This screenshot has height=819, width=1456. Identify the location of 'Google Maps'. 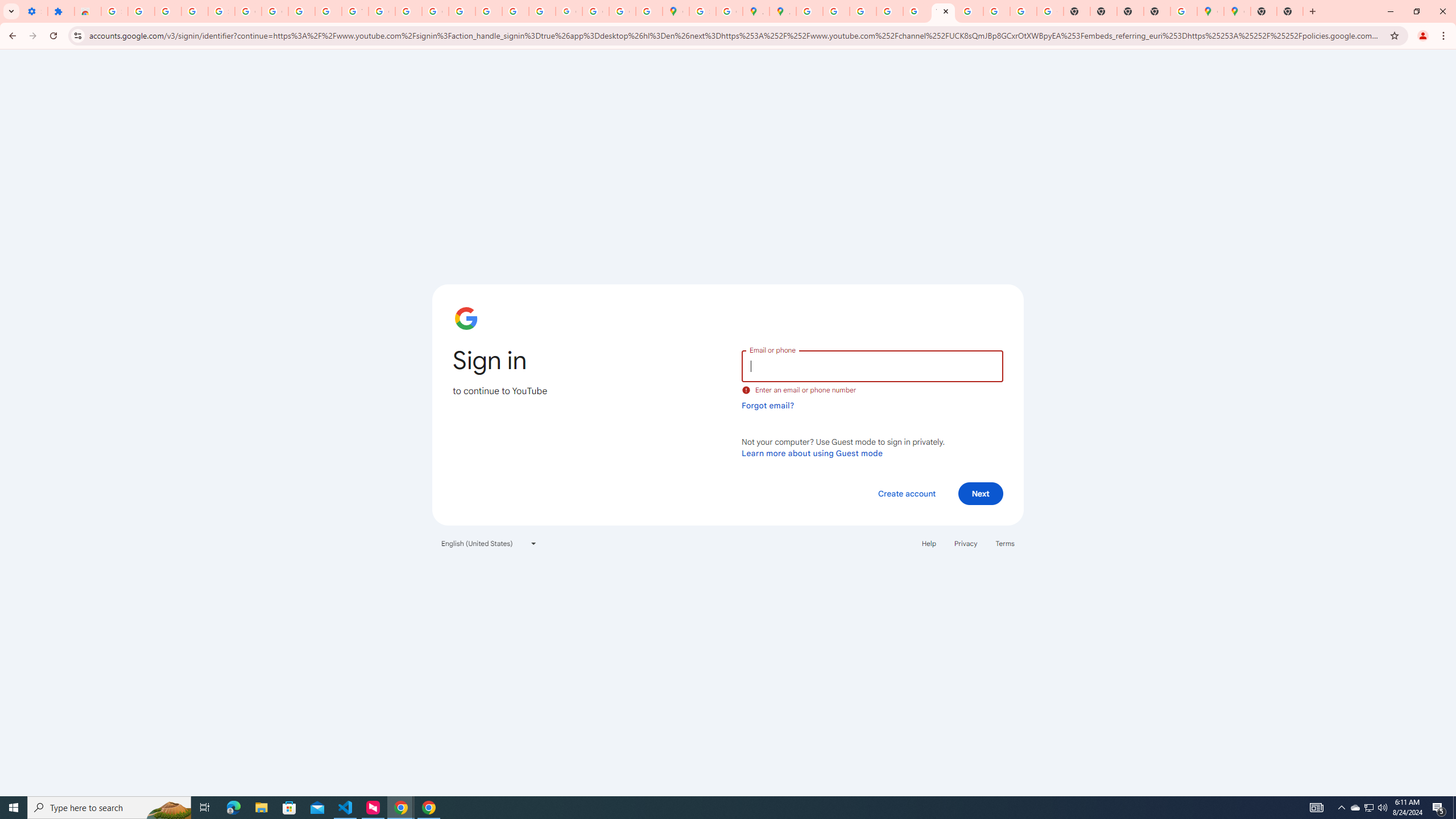
(1236, 11).